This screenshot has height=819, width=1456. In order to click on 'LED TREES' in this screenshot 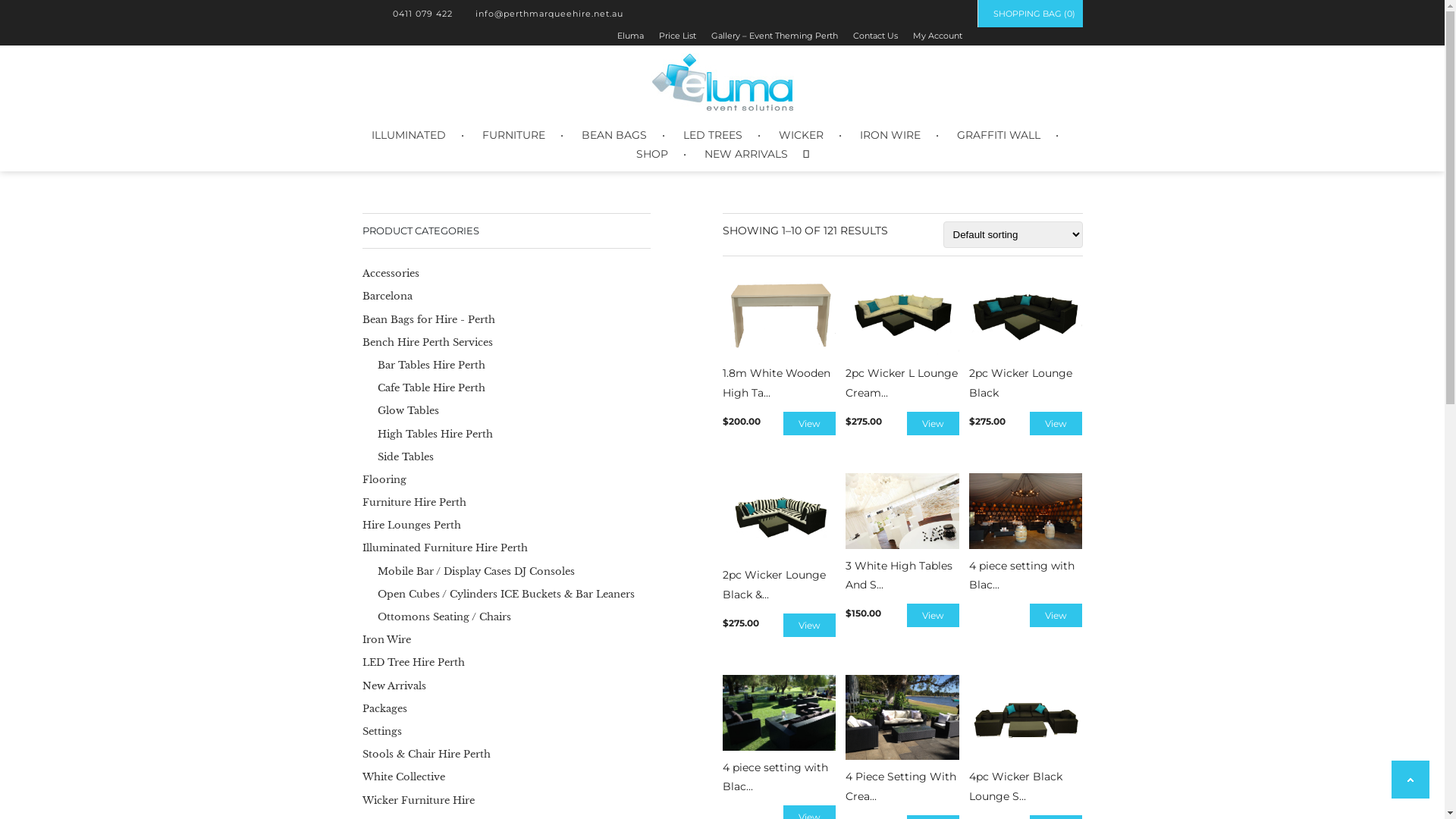, I will do `click(711, 134)`.